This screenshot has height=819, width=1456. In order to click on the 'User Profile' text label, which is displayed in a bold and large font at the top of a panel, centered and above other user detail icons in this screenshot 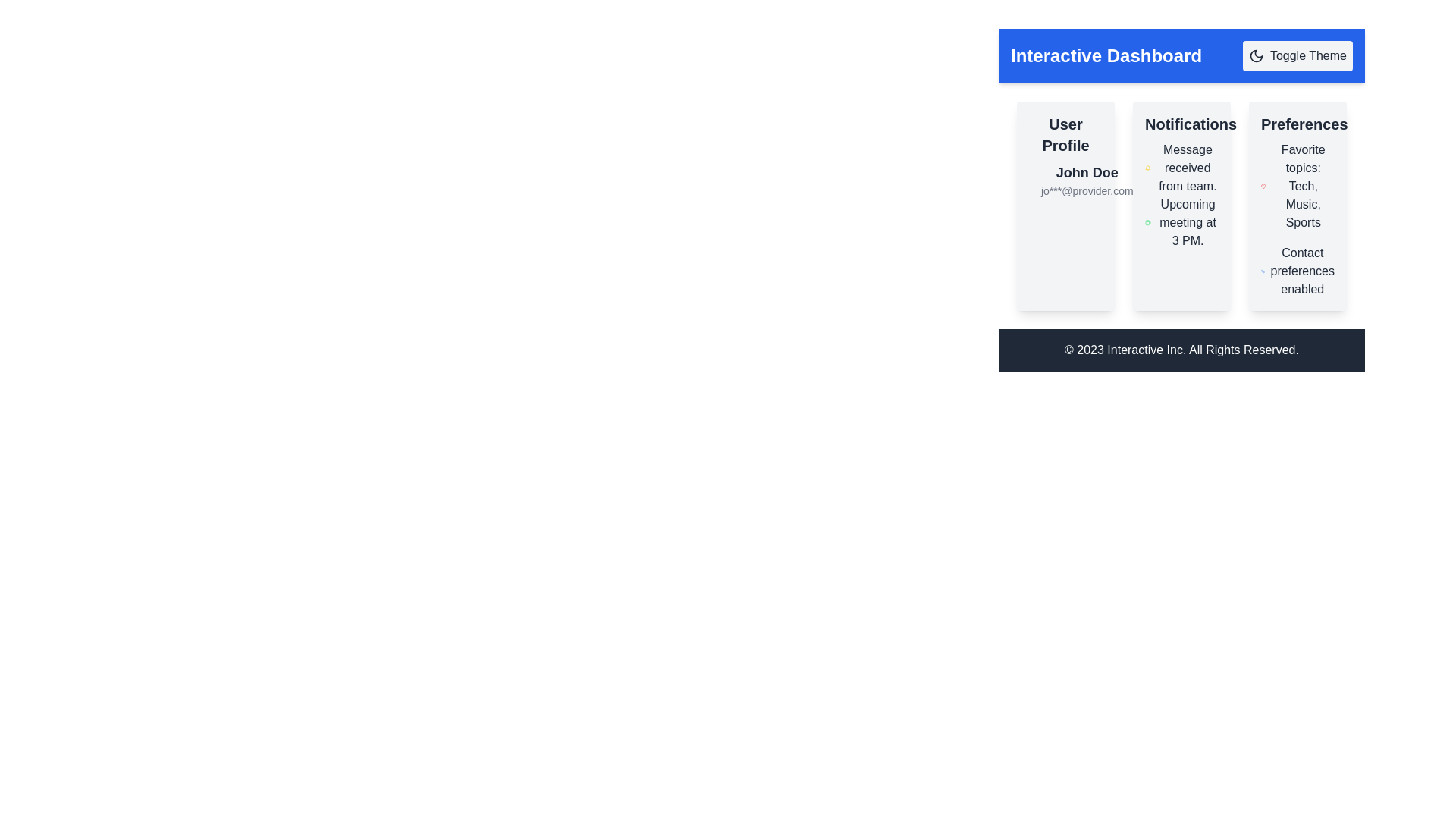, I will do `click(1065, 133)`.